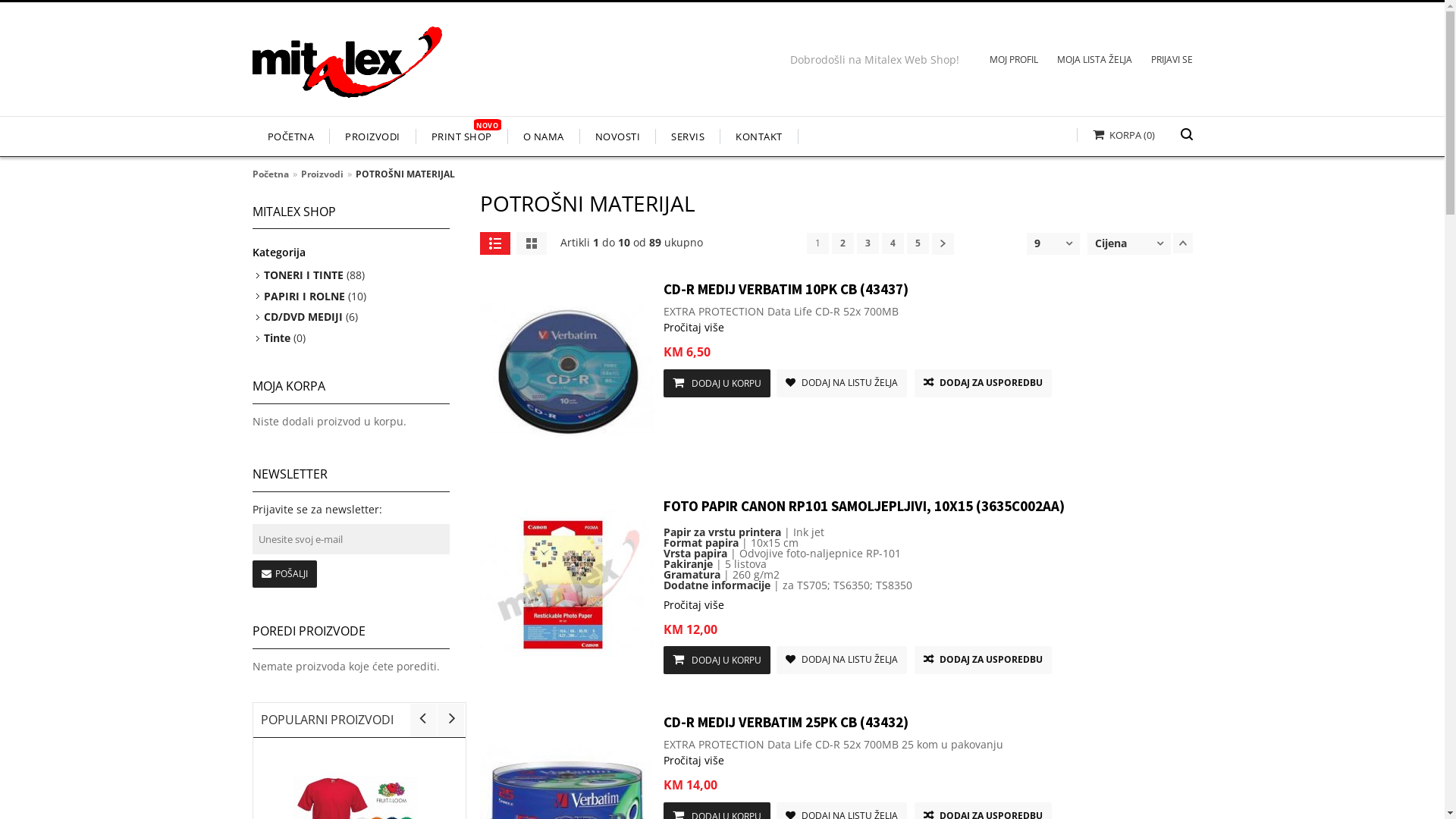 This screenshot has height=819, width=1456. I want to click on 'Mitalex Shop', so click(345, 67).